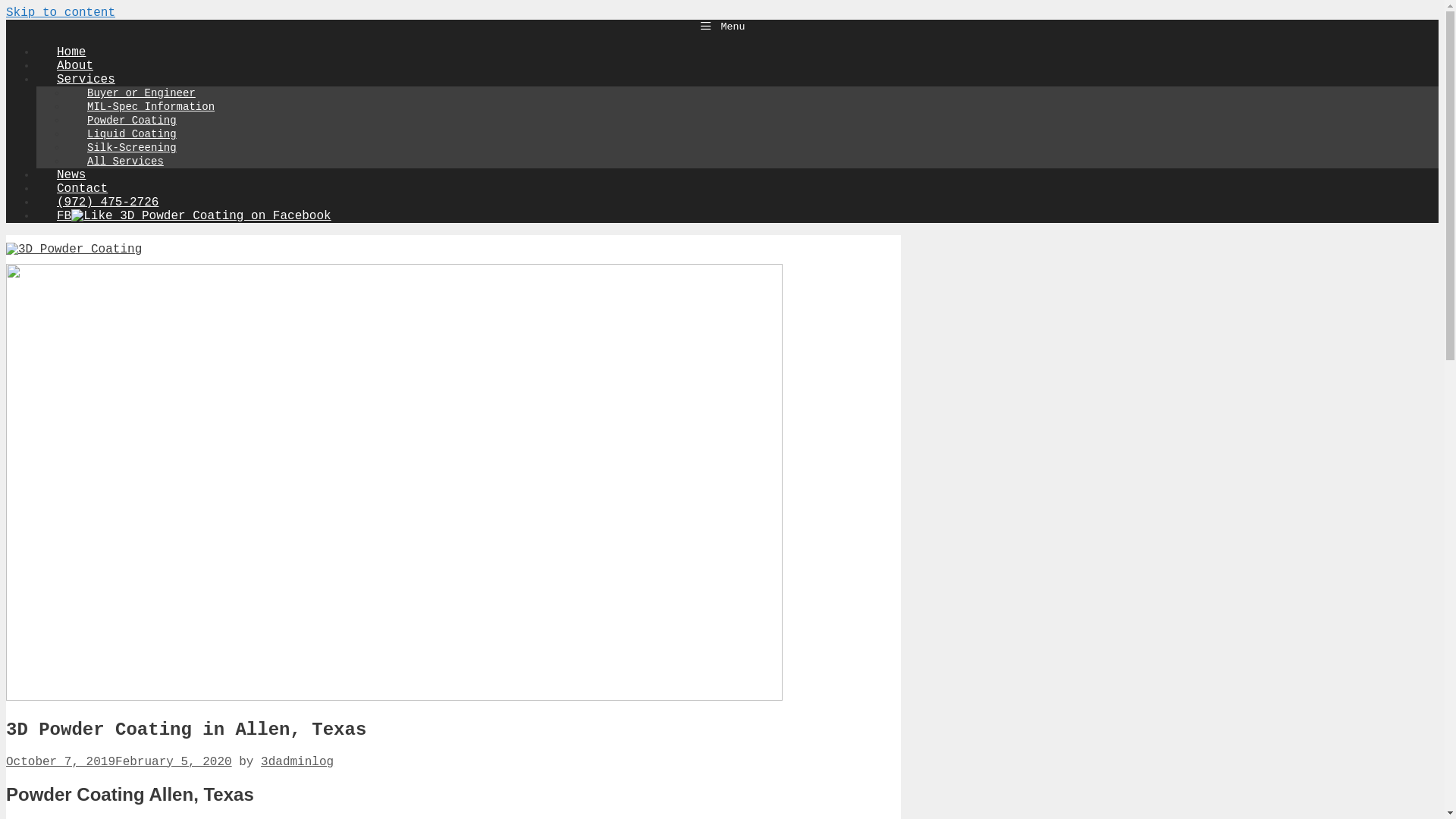 The image size is (1456, 819). What do you see at coordinates (131, 133) in the screenshot?
I see `'Liquid Coating'` at bounding box center [131, 133].